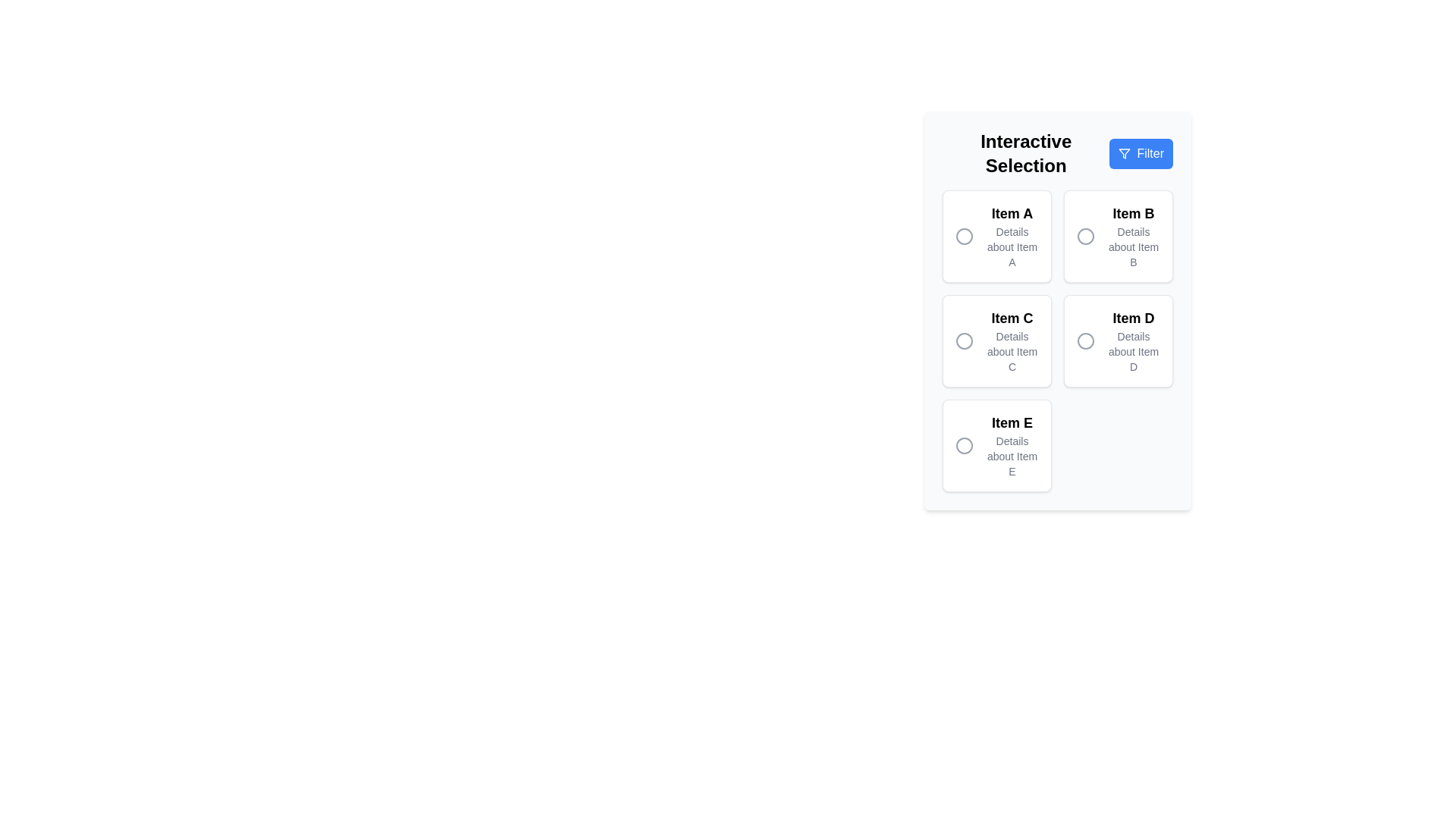 Image resolution: width=1456 pixels, height=819 pixels. What do you see at coordinates (964, 341) in the screenshot?
I see `the radio button for 'Item C', which is a circular selection control on the right-hand panel` at bounding box center [964, 341].